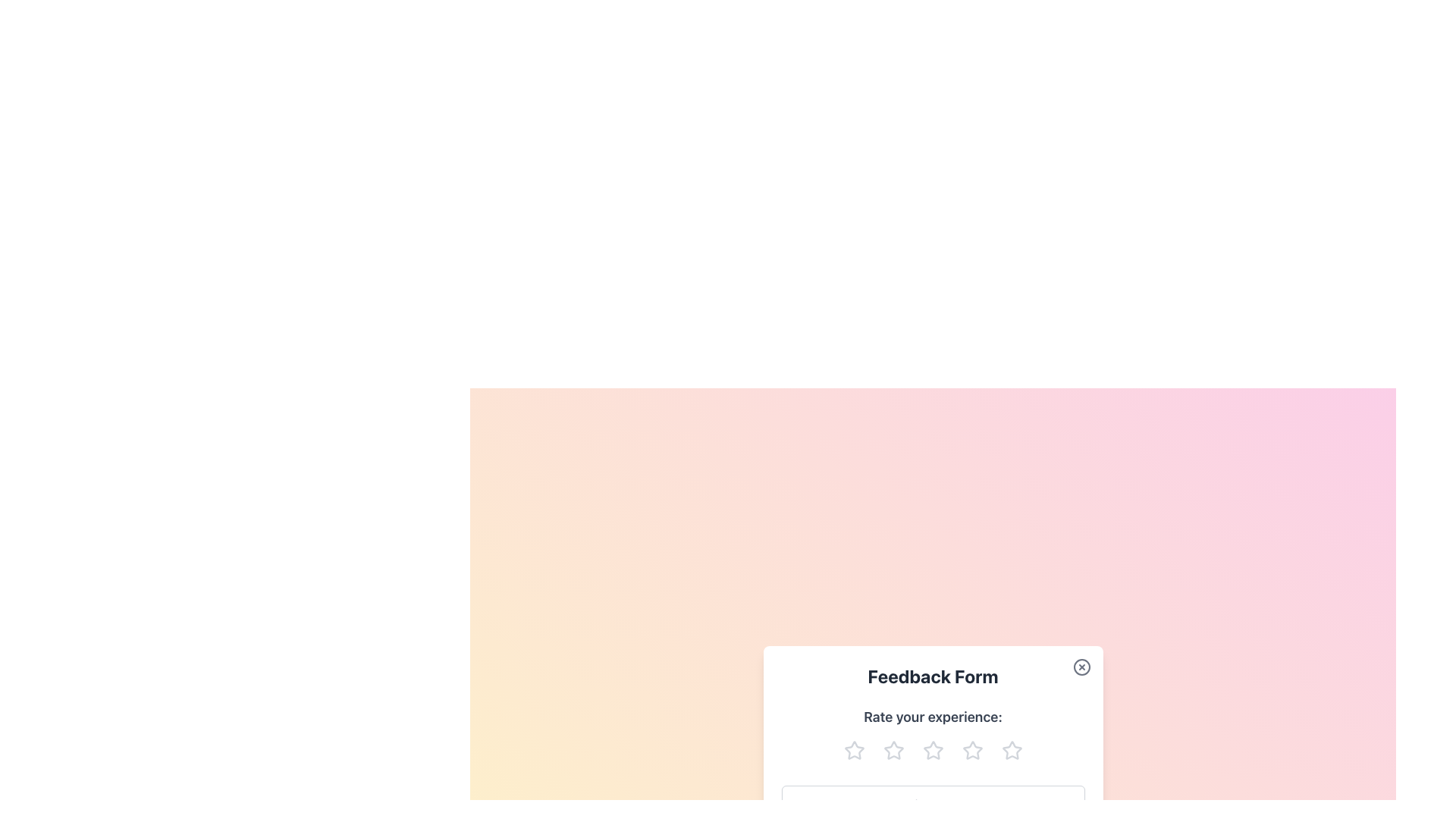  What do you see at coordinates (1012, 749) in the screenshot?
I see `the fifth star icon in the rating component of the 'Feedback Form' popup for visual feedback` at bounding box center [1012, 749].